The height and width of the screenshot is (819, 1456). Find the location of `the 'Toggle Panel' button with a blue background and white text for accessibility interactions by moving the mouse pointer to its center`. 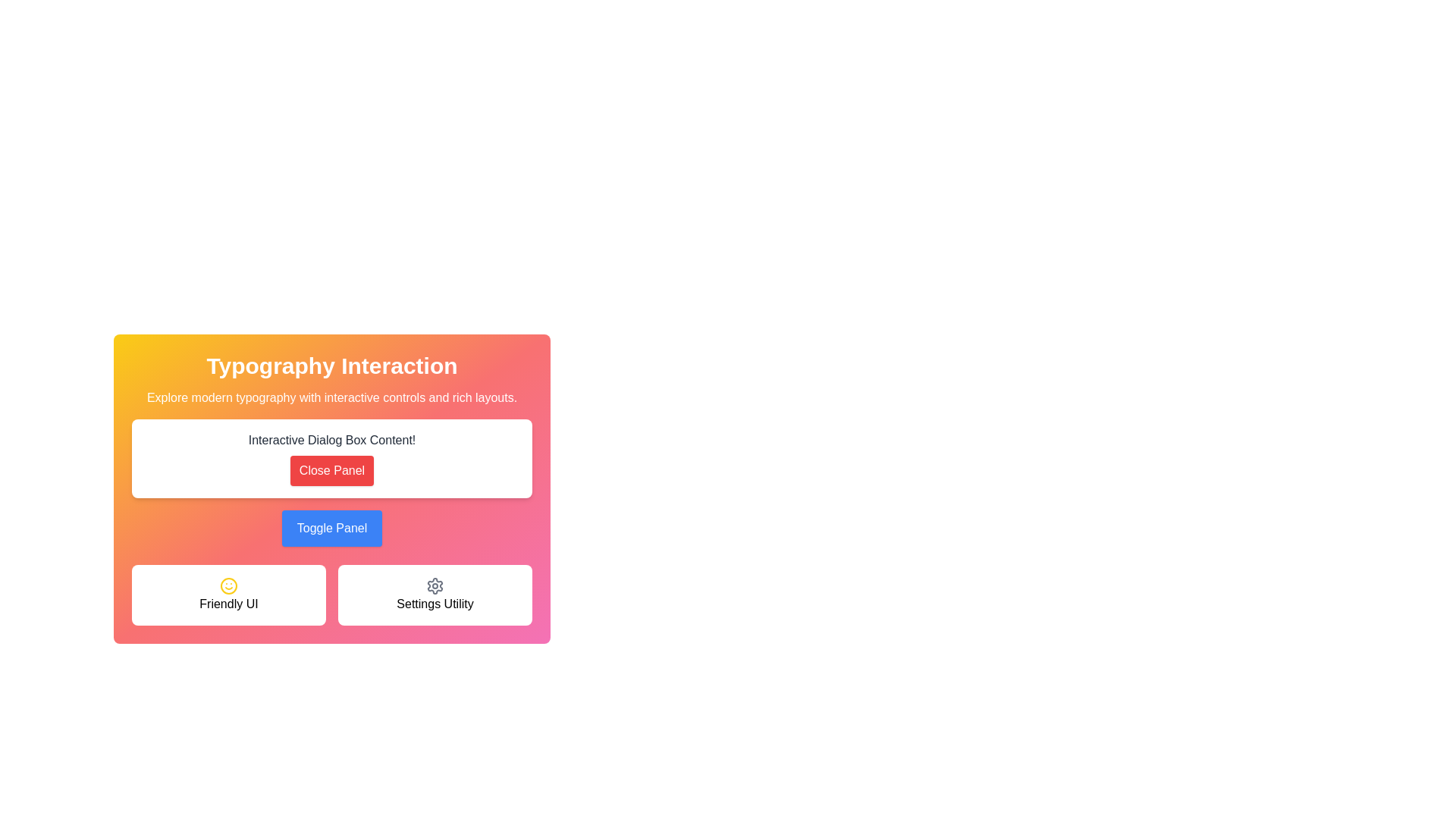

the 'Toggle Panel' button with a blue background and white text for accessibility interactions by moving the mouse pointer to its center is located at coordinates (331, 528).